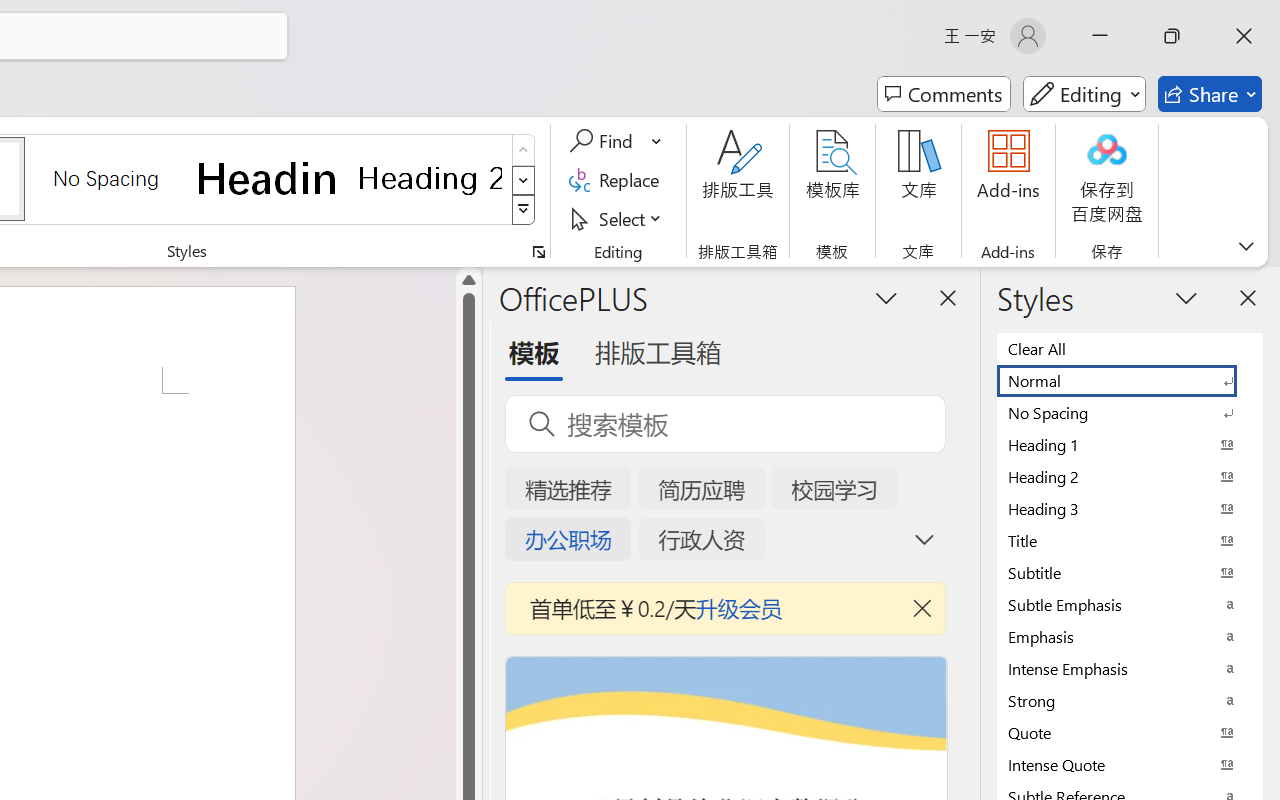 The image size is (1280, 800). Describe the element at coordinates (616, 179) in the screenshot. I see `'Replace...'` at that location.